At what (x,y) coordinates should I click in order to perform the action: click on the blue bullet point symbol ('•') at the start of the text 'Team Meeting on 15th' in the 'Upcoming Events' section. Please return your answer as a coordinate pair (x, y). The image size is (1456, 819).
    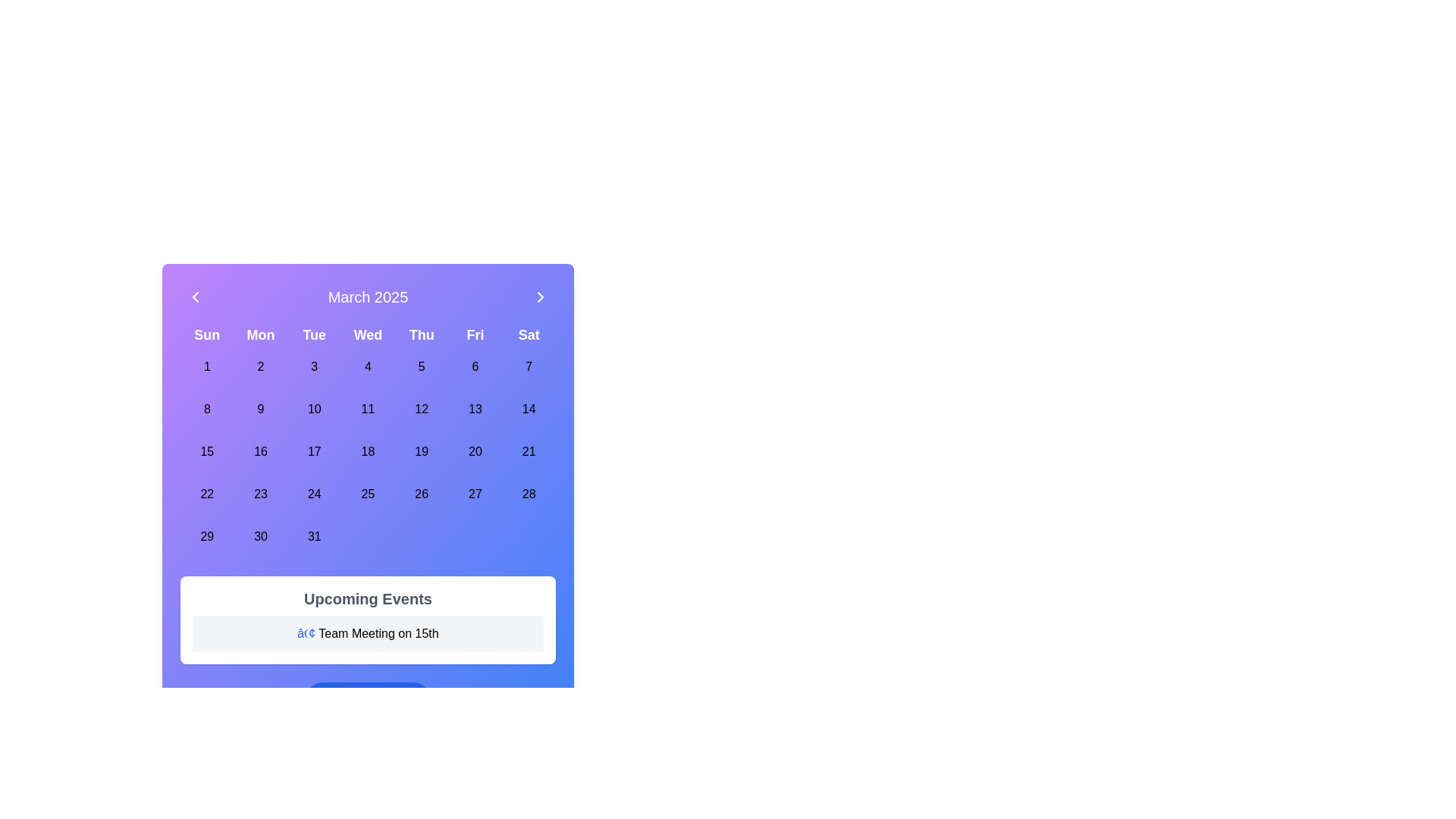
    Looking at the image, I should click on (306, 633).